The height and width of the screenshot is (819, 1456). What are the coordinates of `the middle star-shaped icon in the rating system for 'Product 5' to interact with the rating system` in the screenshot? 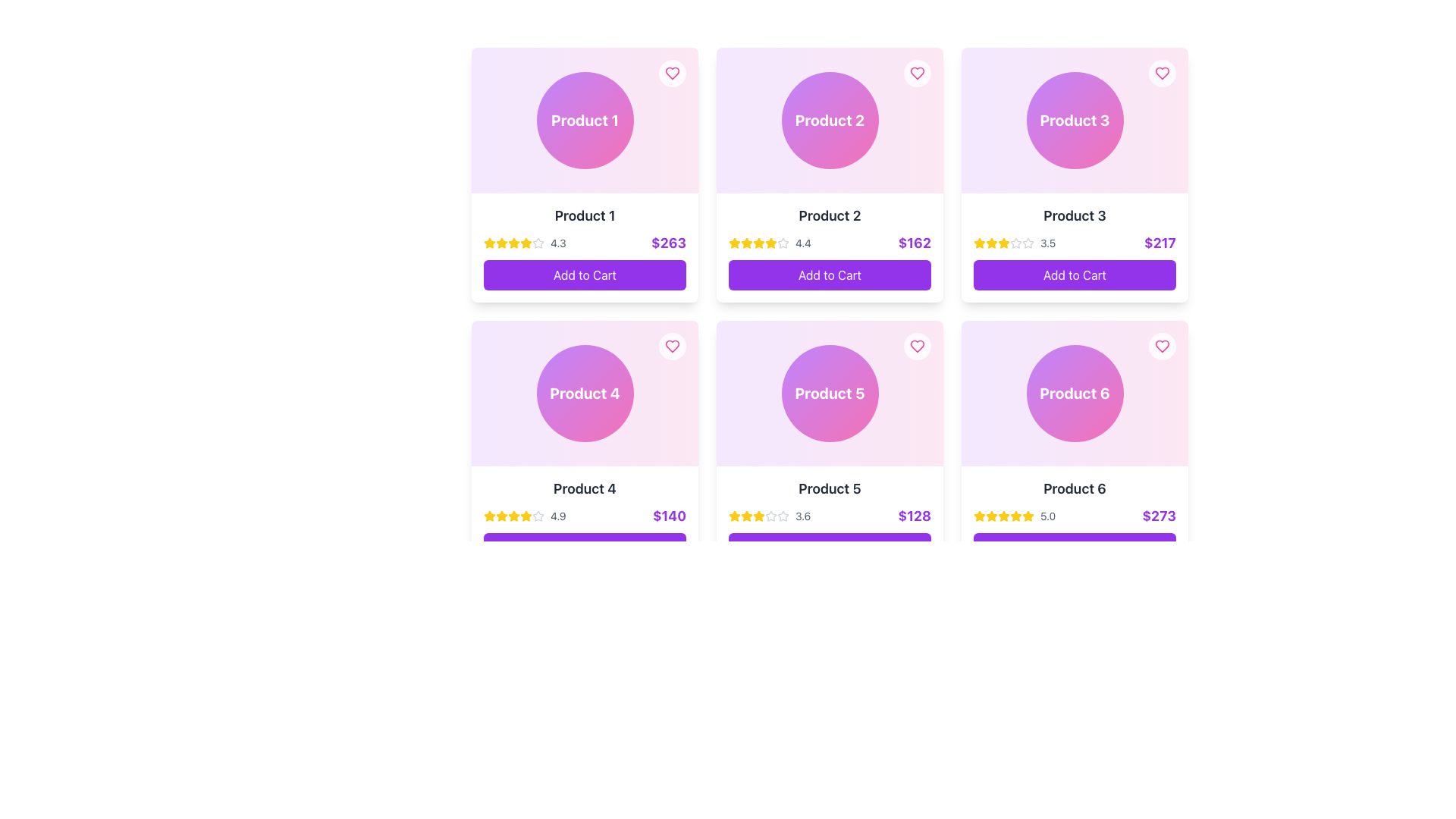 It's located at (746, 516).